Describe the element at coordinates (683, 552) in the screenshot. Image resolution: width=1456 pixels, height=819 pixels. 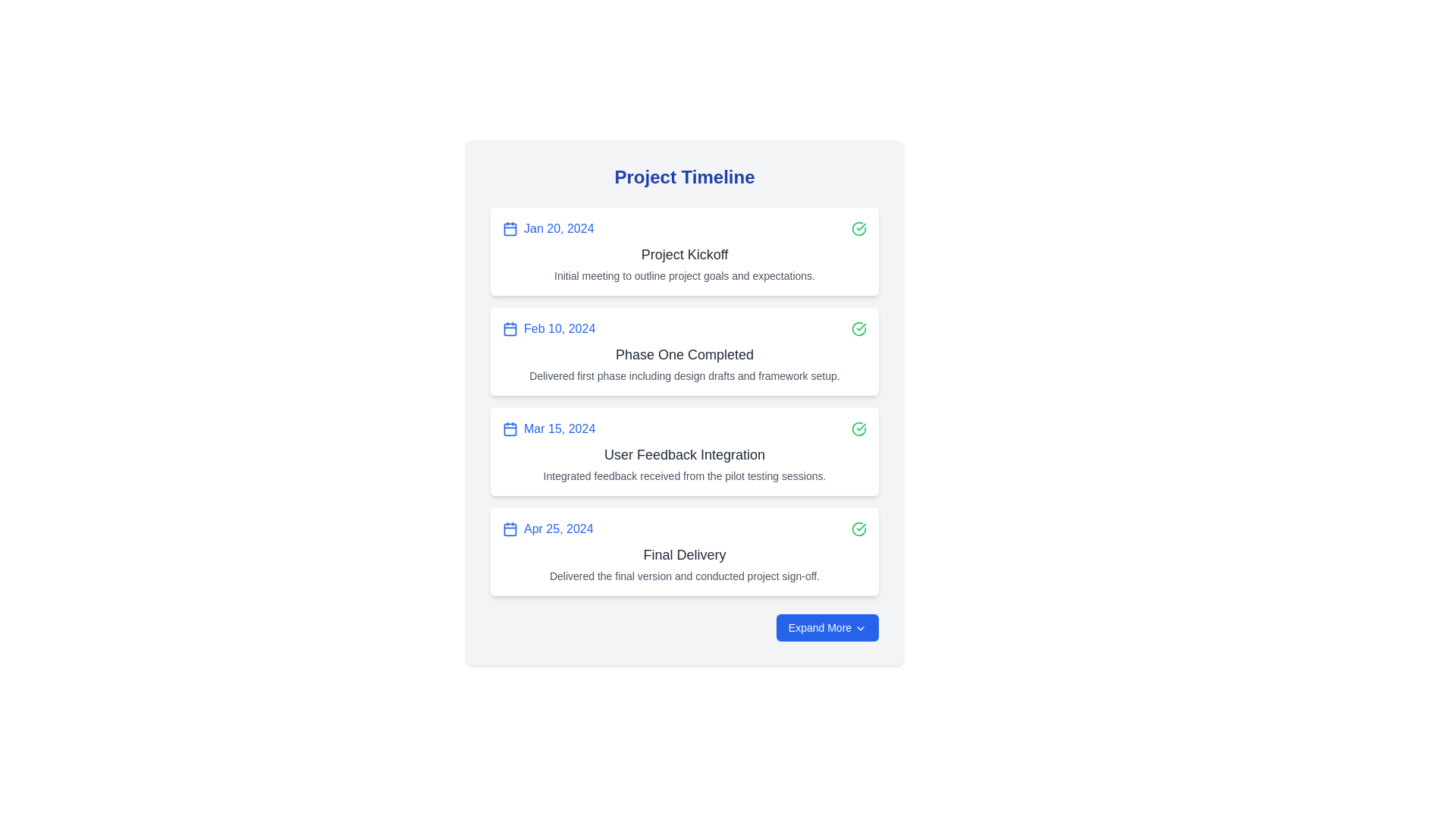
I see `the 'Final Delivery' milestone information card located in the bottom part of the 'Project Timeline' group, specifically the fourth card in the vertical sequence` at that location.